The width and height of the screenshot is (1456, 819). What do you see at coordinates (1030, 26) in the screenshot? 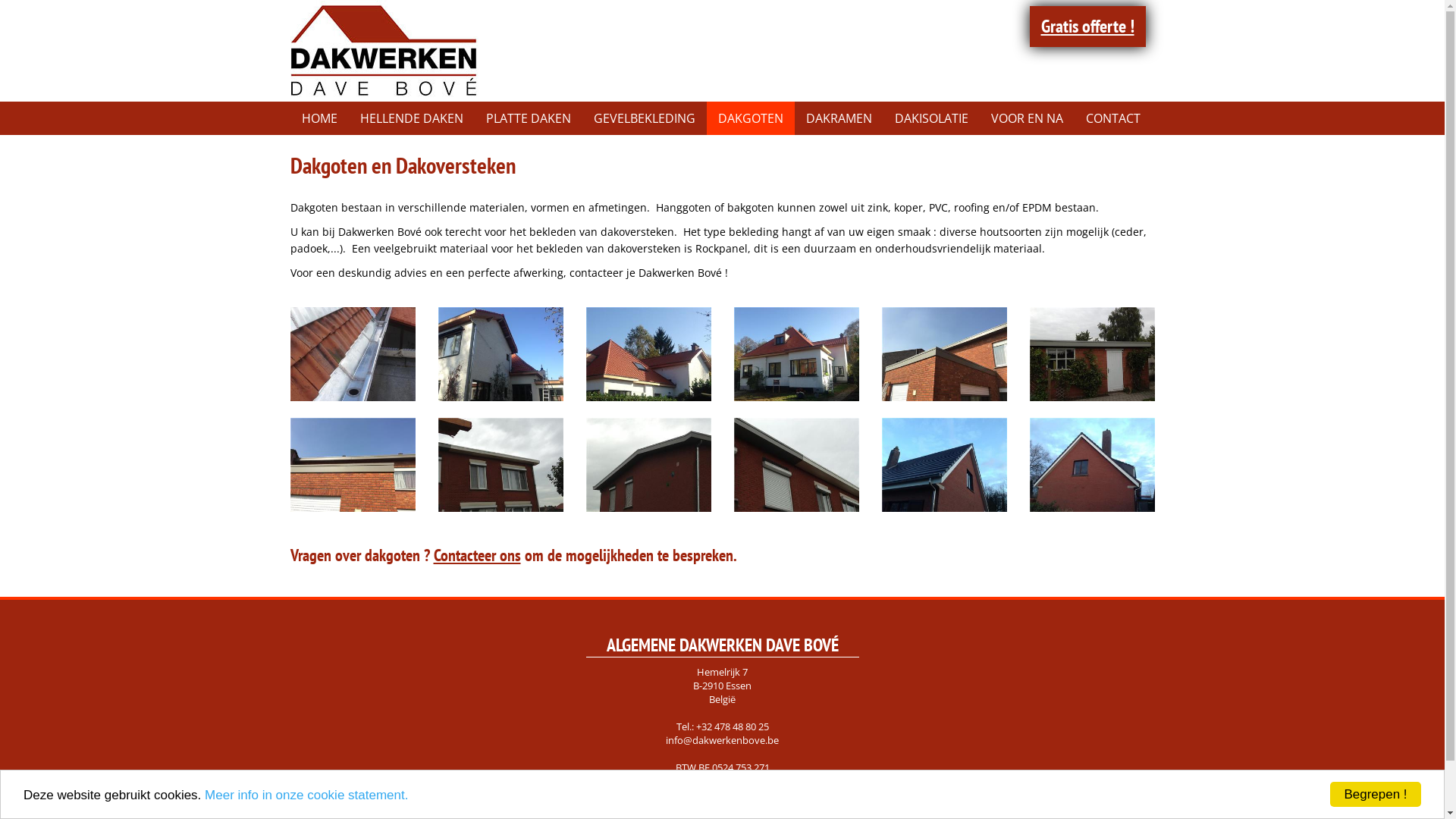
I see `'Gratis offerte !'` at bounding box center [1030, 26].